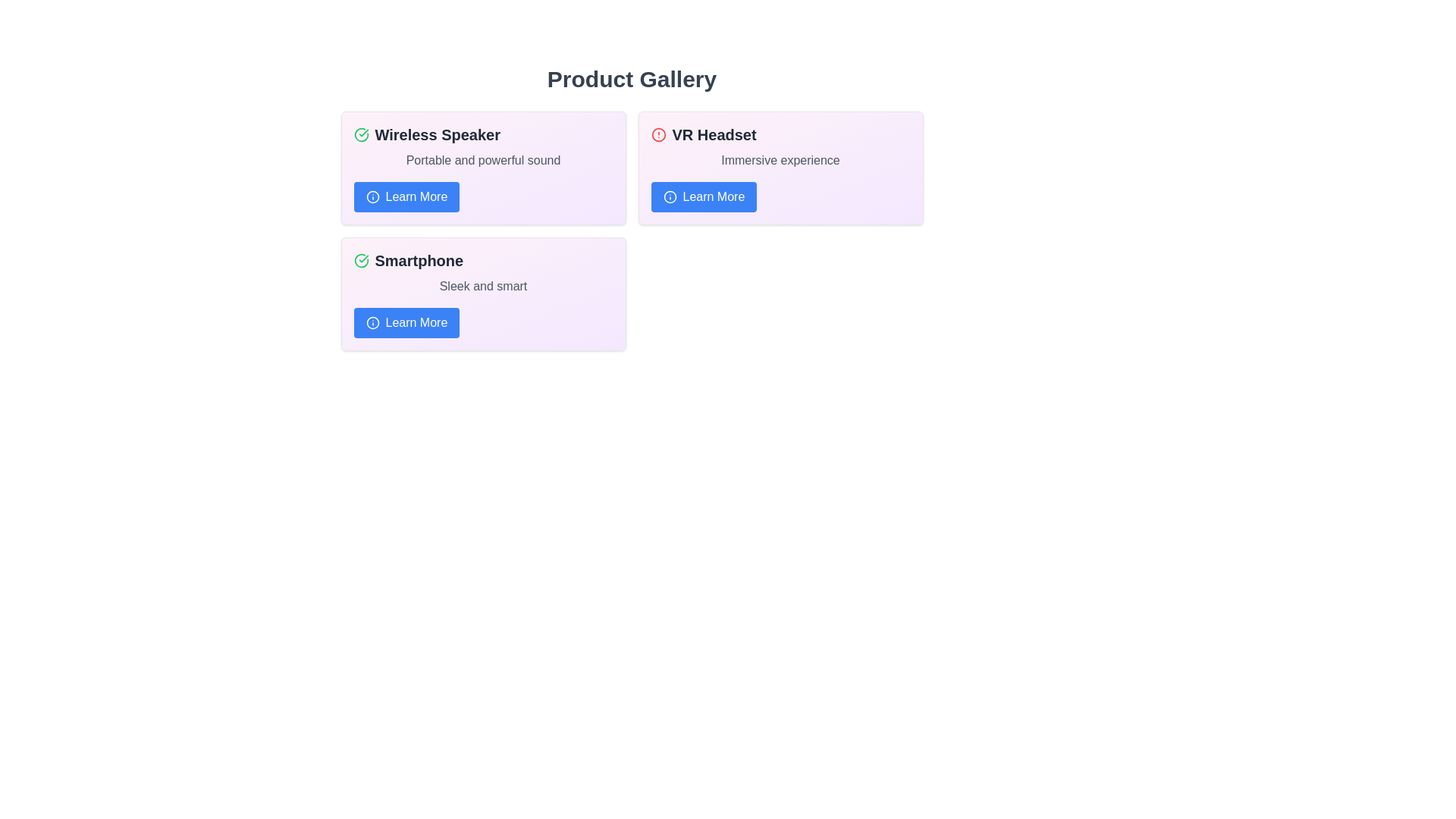  Describe the element at coordinates (703, 196) in the screenshot. I see `the 'Learn More' button for the VR Headset product` at that location.